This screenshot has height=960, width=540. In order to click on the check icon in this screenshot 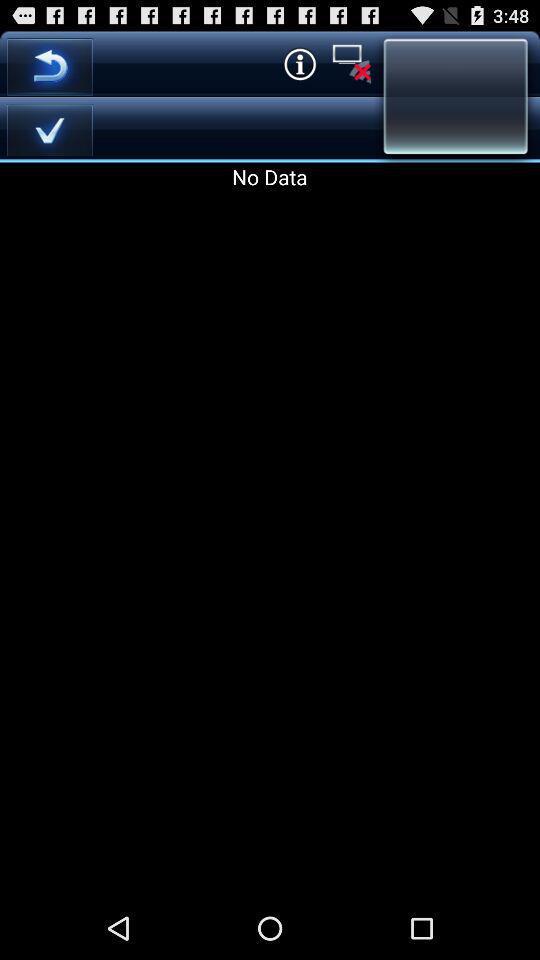, I will do `click(50, 138)`.